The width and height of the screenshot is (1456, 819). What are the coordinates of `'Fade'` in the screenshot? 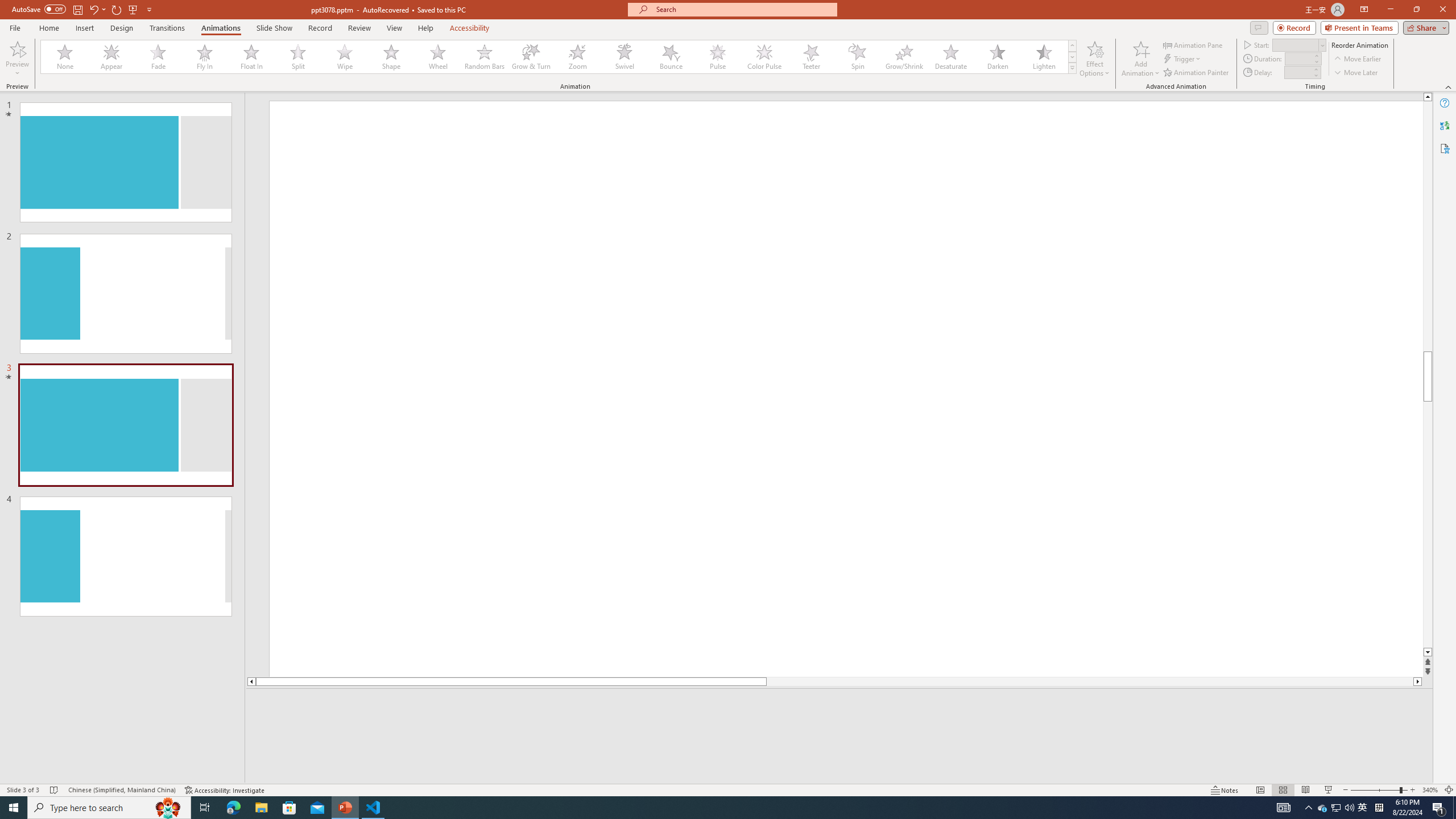 It's located at (158, 56).